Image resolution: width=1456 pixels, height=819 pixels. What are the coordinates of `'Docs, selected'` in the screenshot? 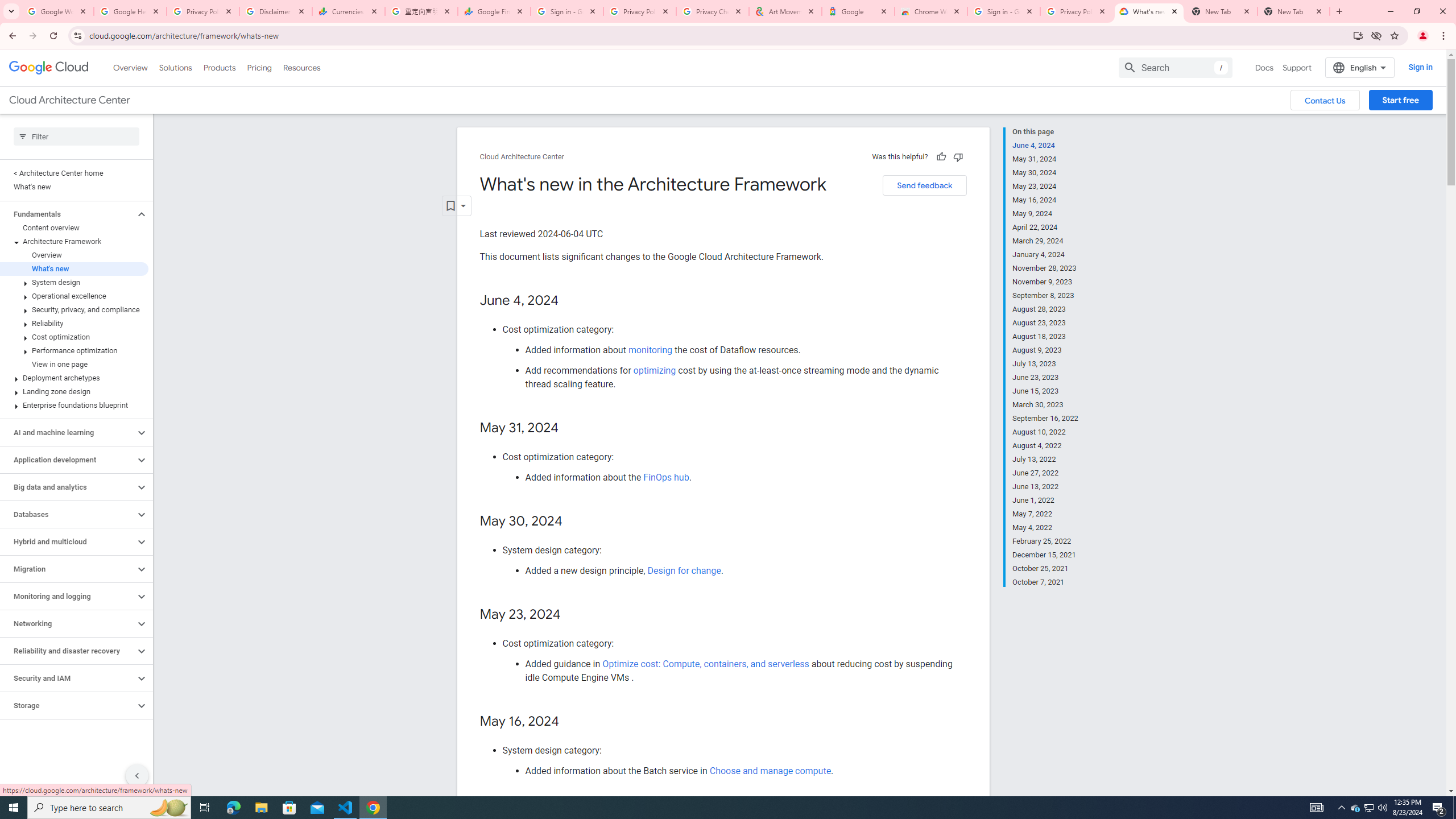 It's located at (1264, 67).